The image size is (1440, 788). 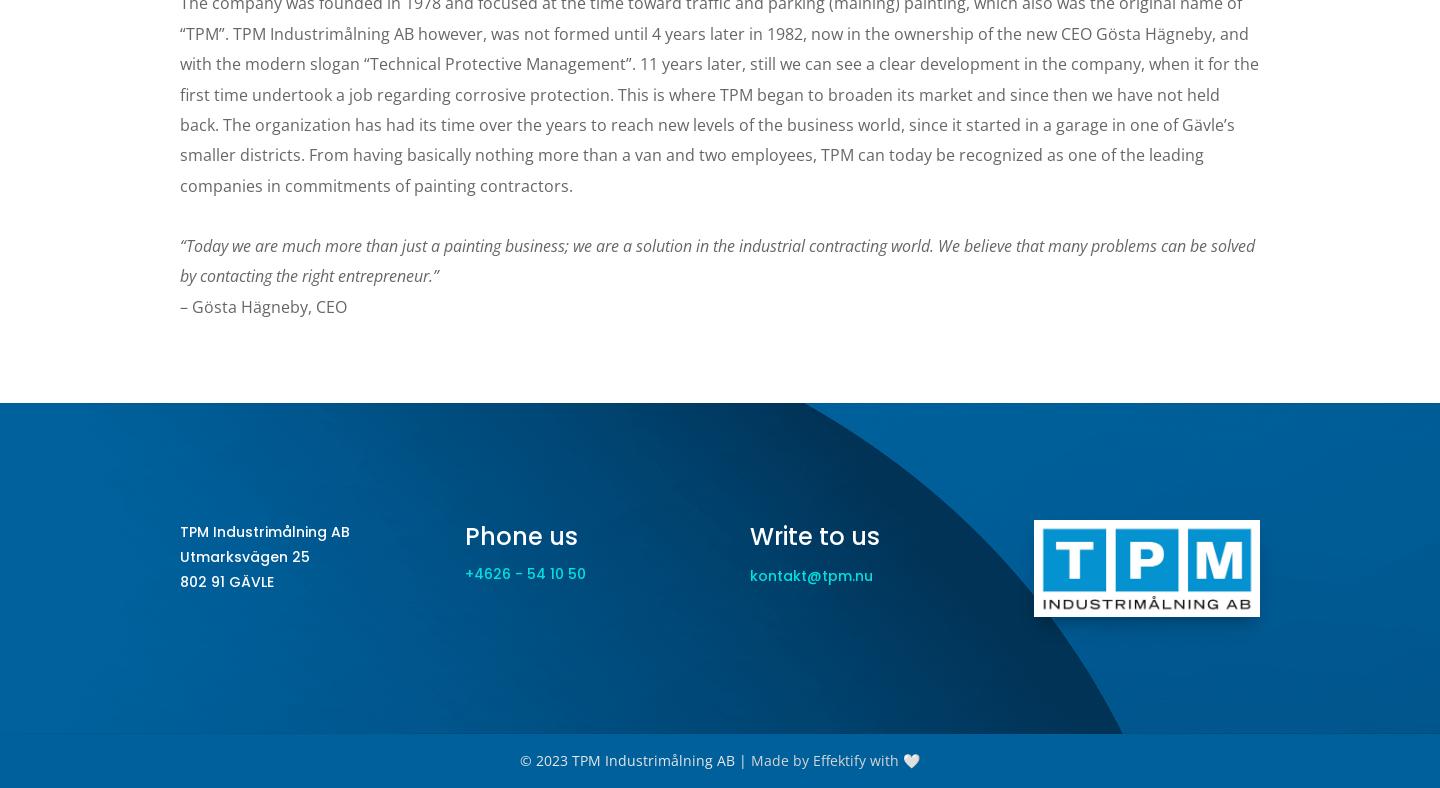 I want to click on 'Utmarksvägen 25', so click(x=243, y=557).